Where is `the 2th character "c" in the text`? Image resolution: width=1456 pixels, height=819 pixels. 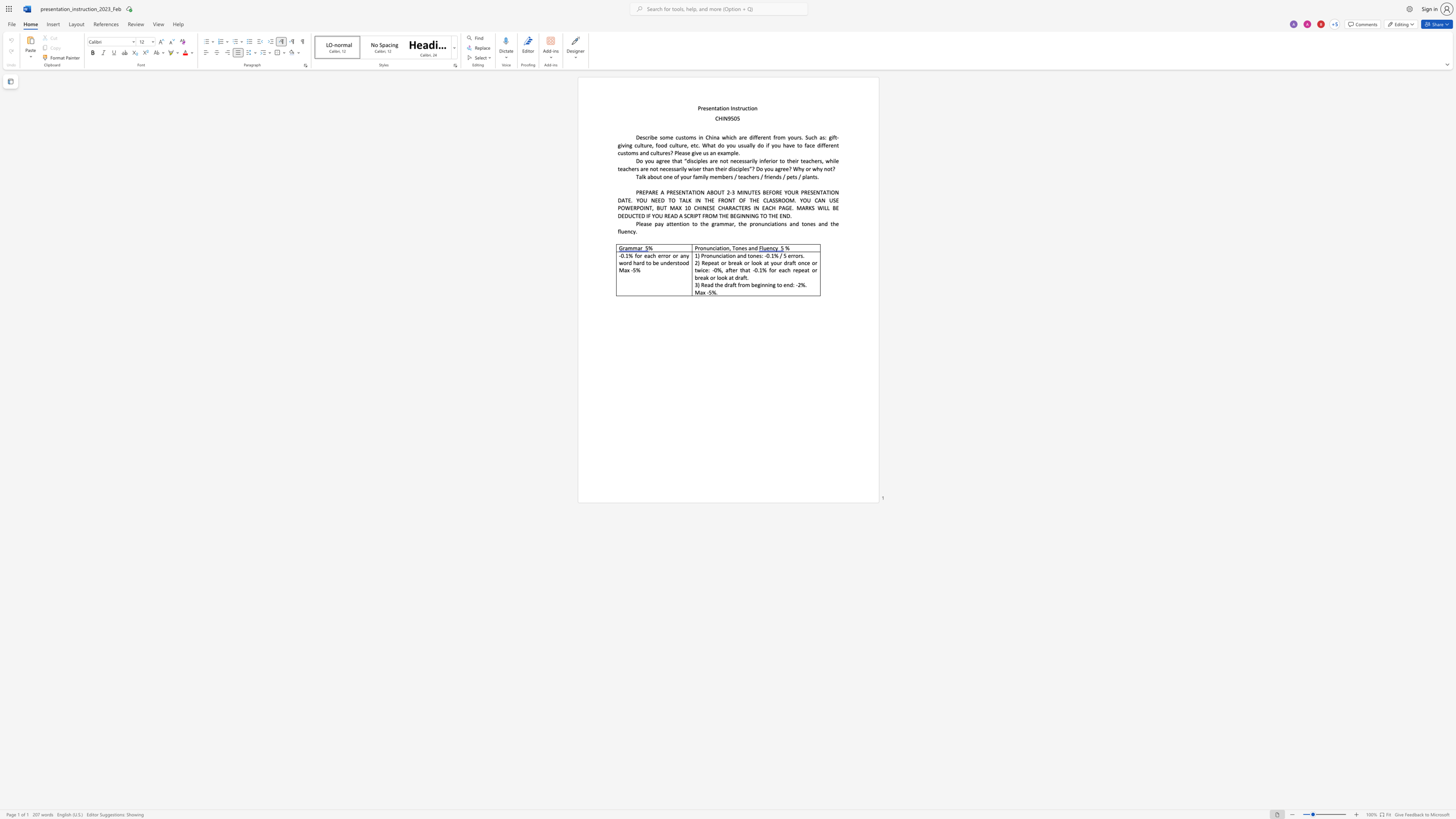
the 2th character "c" in the text is located at coordinates (632, 231).